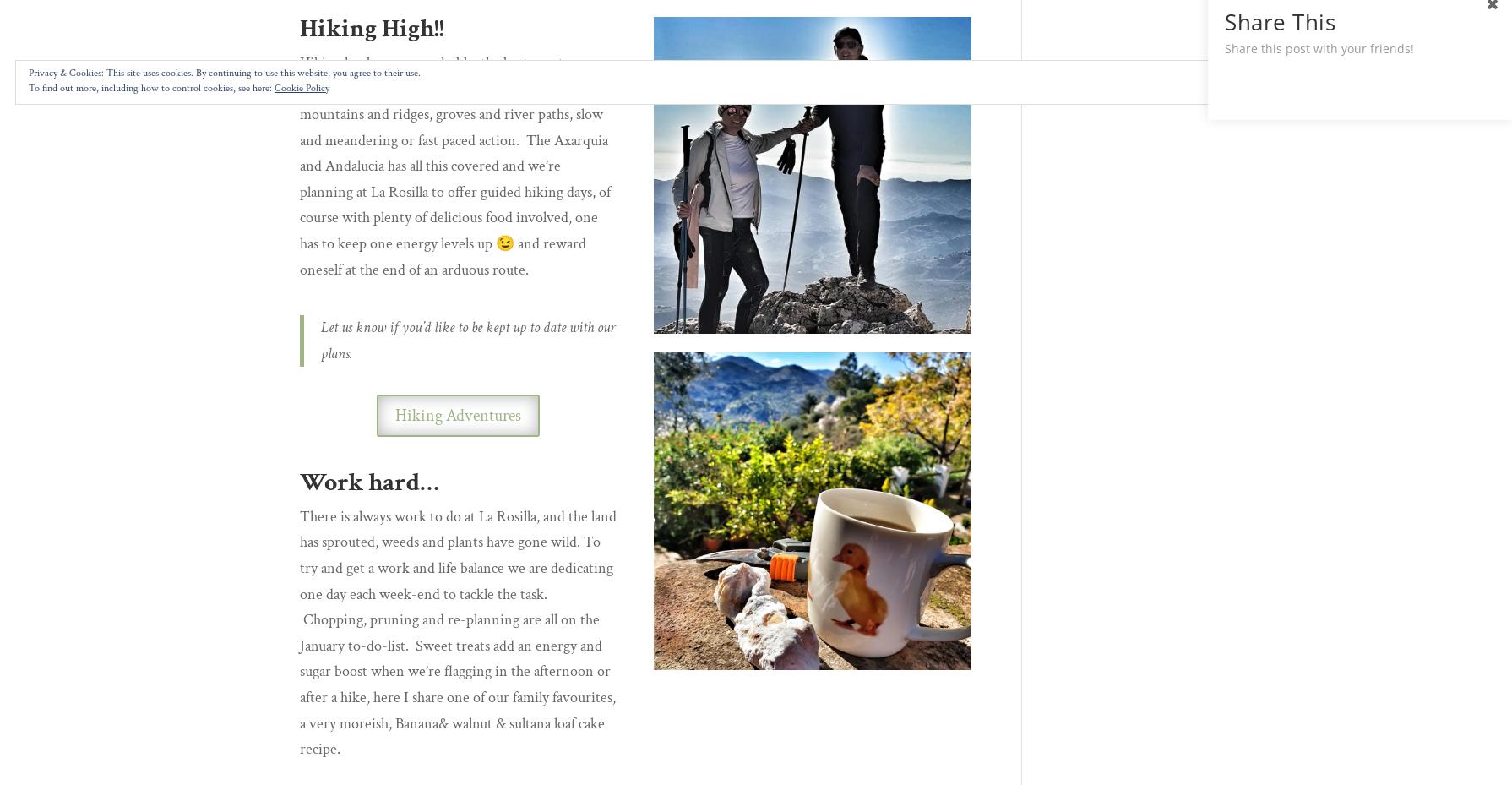  Describe the element at coordinates (1279, 21) in the screenshot. I see `'Share This'` at that location.